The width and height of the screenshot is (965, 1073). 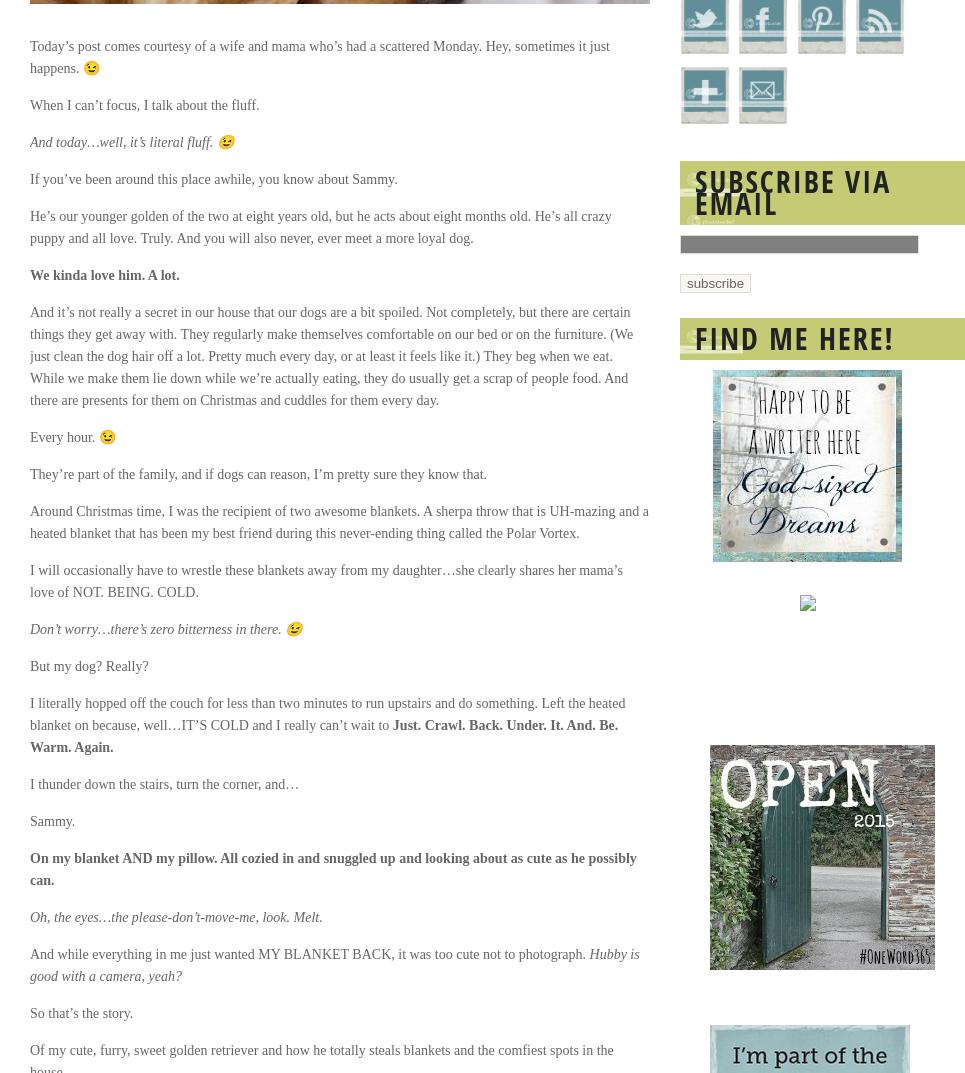 What do you see at coordinates (324, 581) in the screenshot?
I see `'I will occasionally have to wrestle these blankets away from my daughter…she clearly shares her mama’s love of NOT. BEING. COLD.'` at bounding box center [324, 581].